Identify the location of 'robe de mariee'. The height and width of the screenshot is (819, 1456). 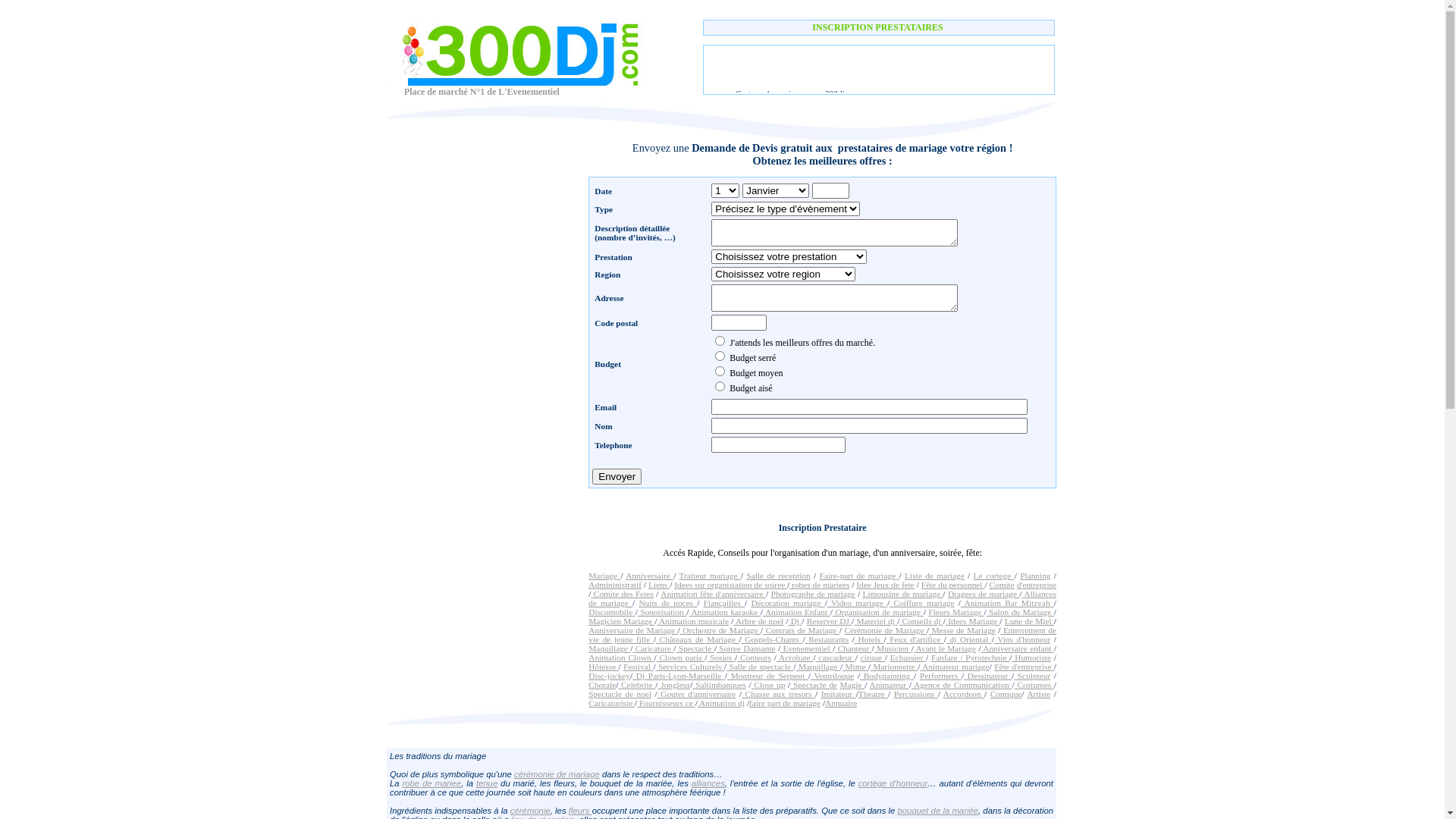
(431, 783).